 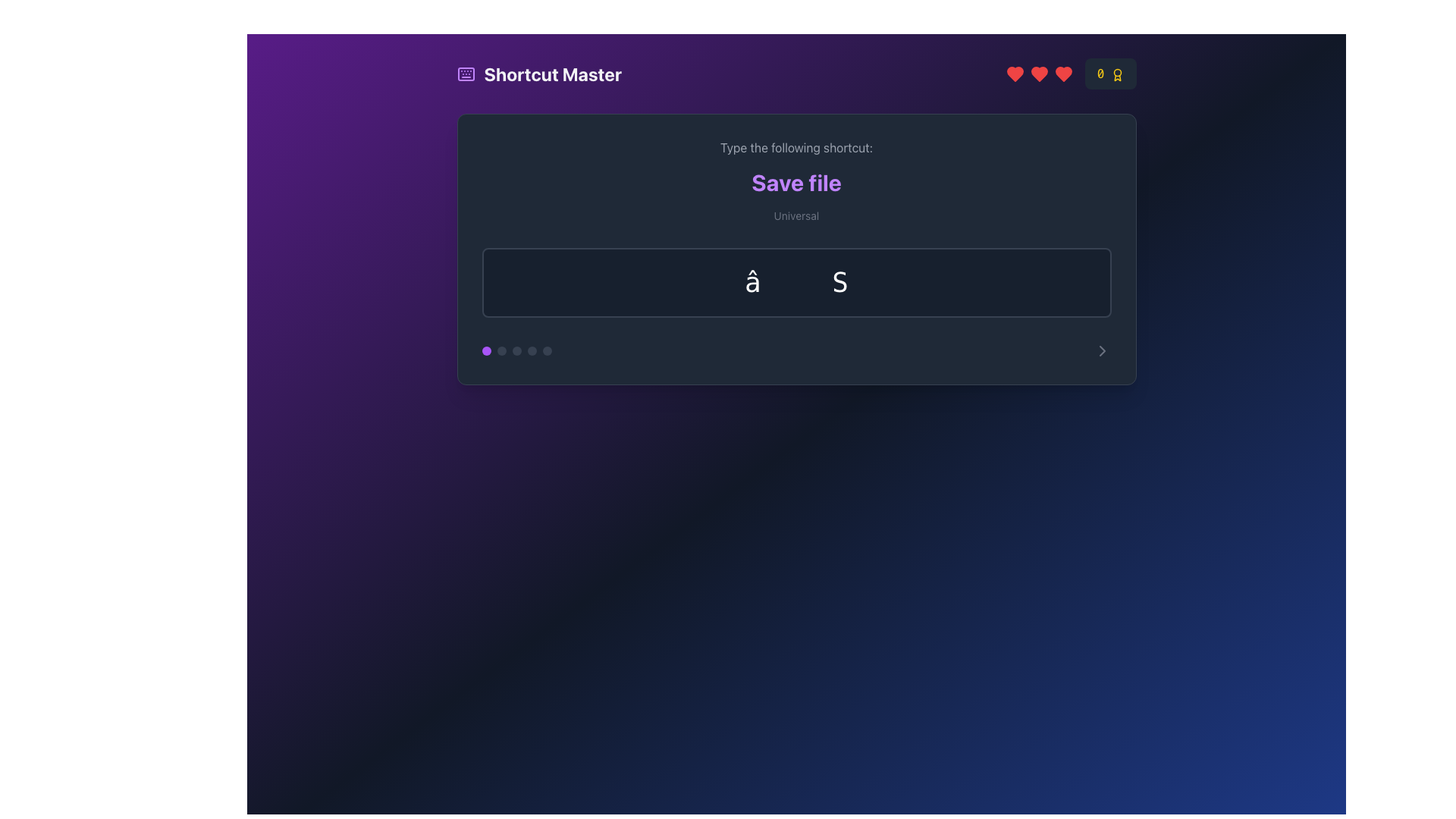 What do you see at coordinates (795, 181) in the screenshot?
I see `the Text label that indicates the action related to saving a file, positioned below 'Type the following shortcut:' and above 'Universal'` at bounding box center [795, 181].